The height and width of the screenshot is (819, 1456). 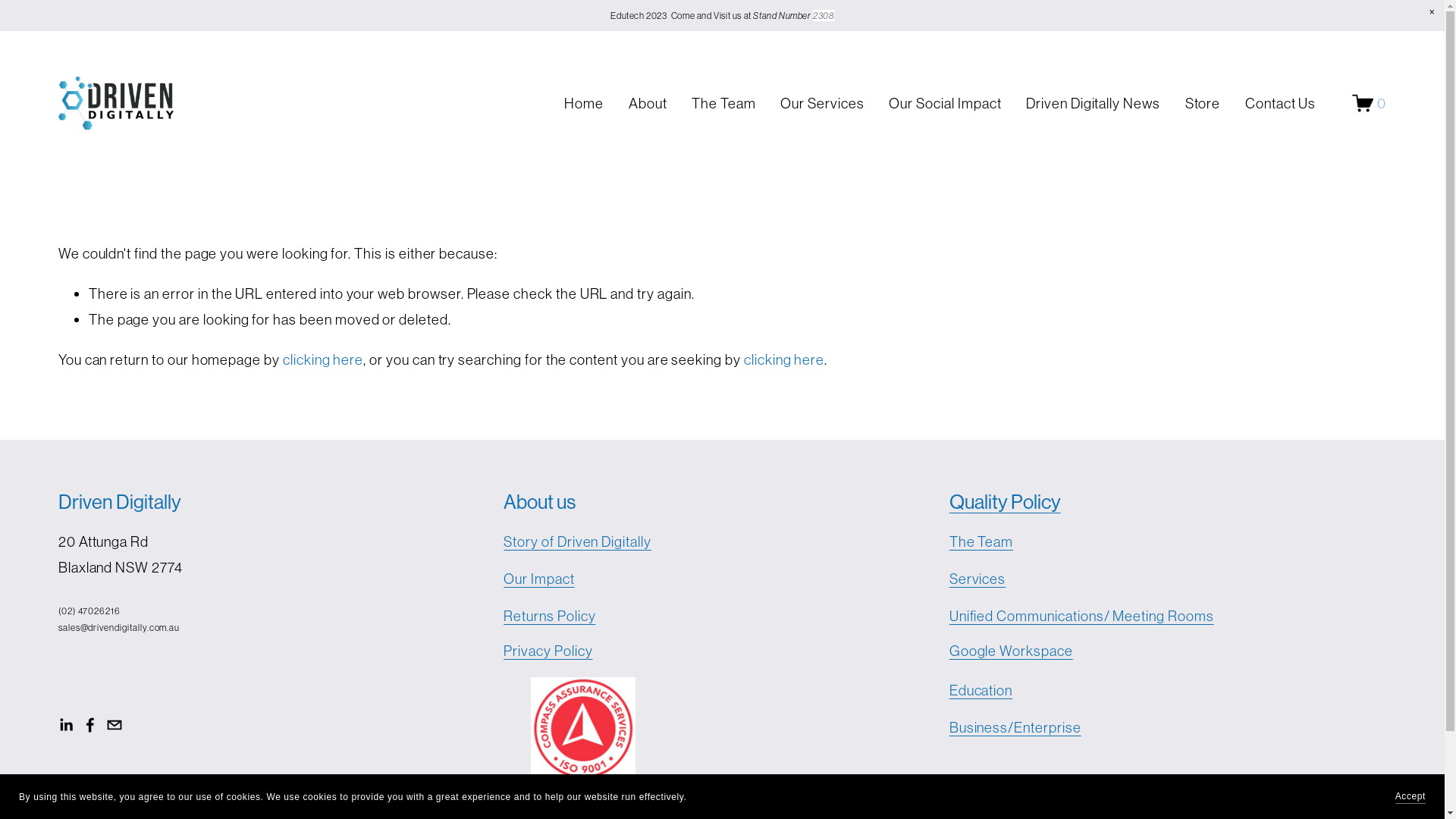 What do you see at coordinates (981, 540) in the screenshot?
I see `'The Team'` at bounding box center [981, 540].